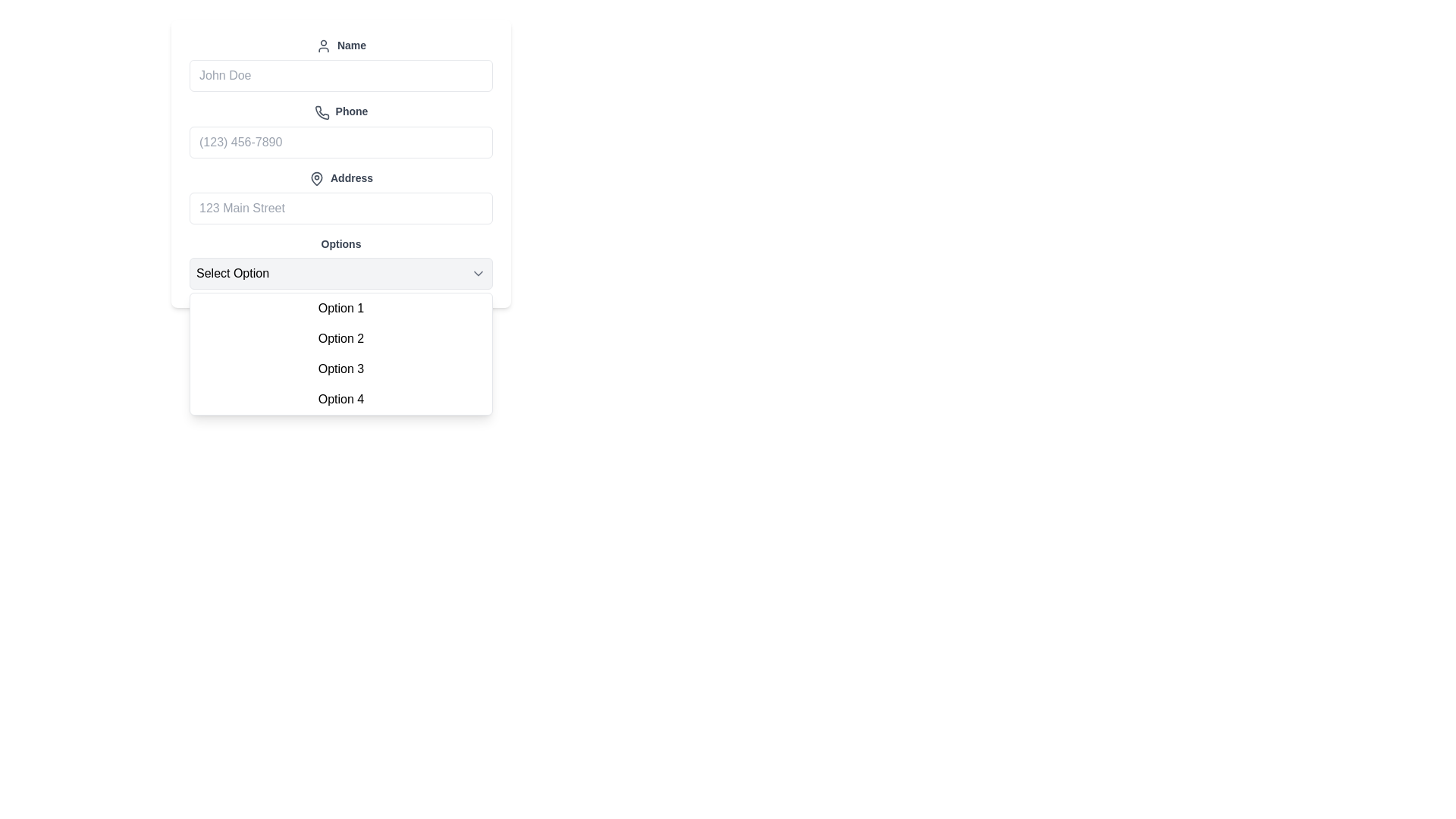 This screenshot has width=1456, height=819. Describe the element at coordinates (340, 397) in the screenshot. I see `the dropdown option labeled 'Option 4'` at that location.